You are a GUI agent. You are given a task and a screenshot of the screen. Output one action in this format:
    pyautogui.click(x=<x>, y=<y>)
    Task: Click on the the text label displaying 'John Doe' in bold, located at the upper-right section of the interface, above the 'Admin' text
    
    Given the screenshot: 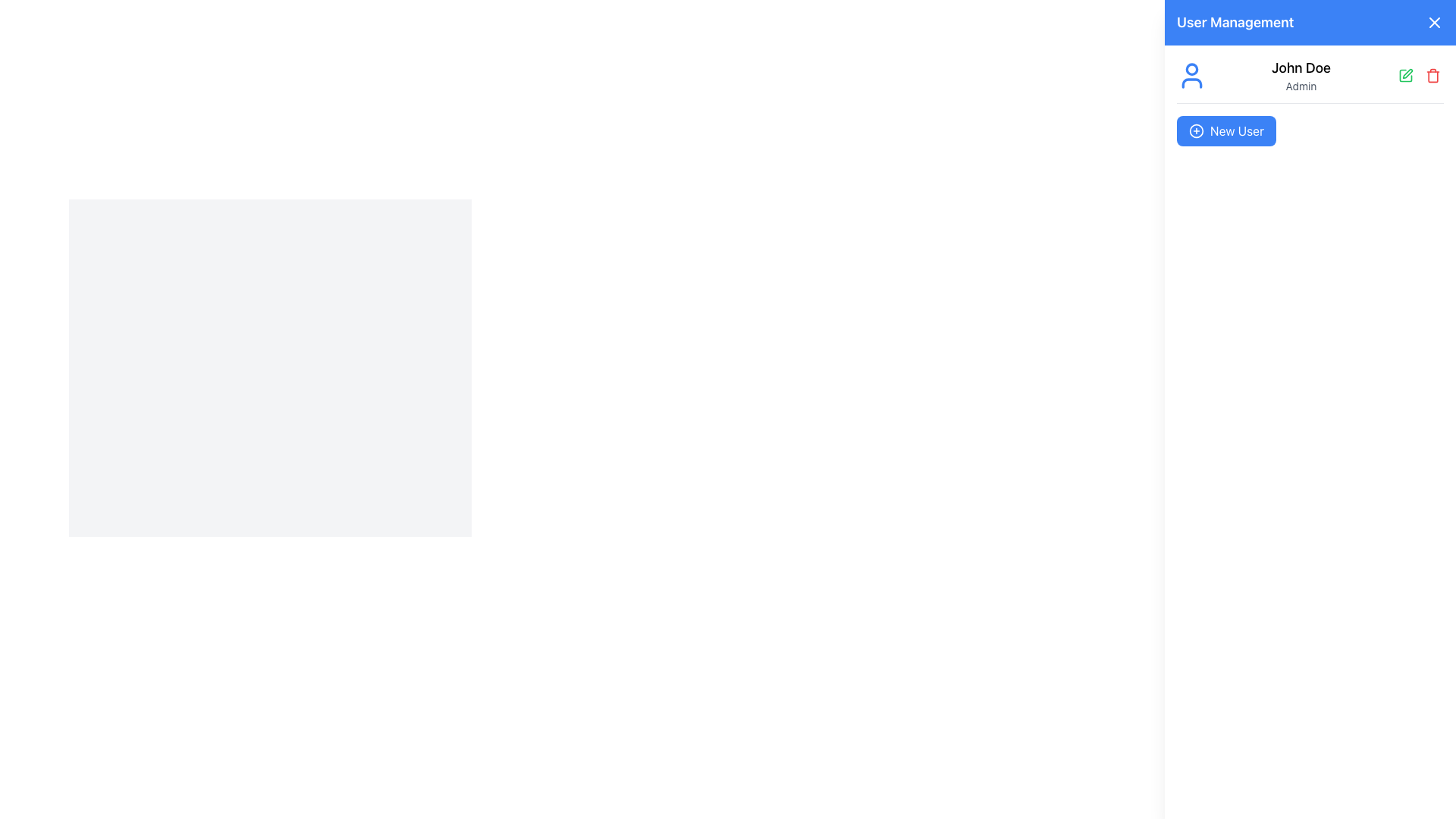 What is the action you would take?
    pyautogui.click(x=1301, y=67)
    